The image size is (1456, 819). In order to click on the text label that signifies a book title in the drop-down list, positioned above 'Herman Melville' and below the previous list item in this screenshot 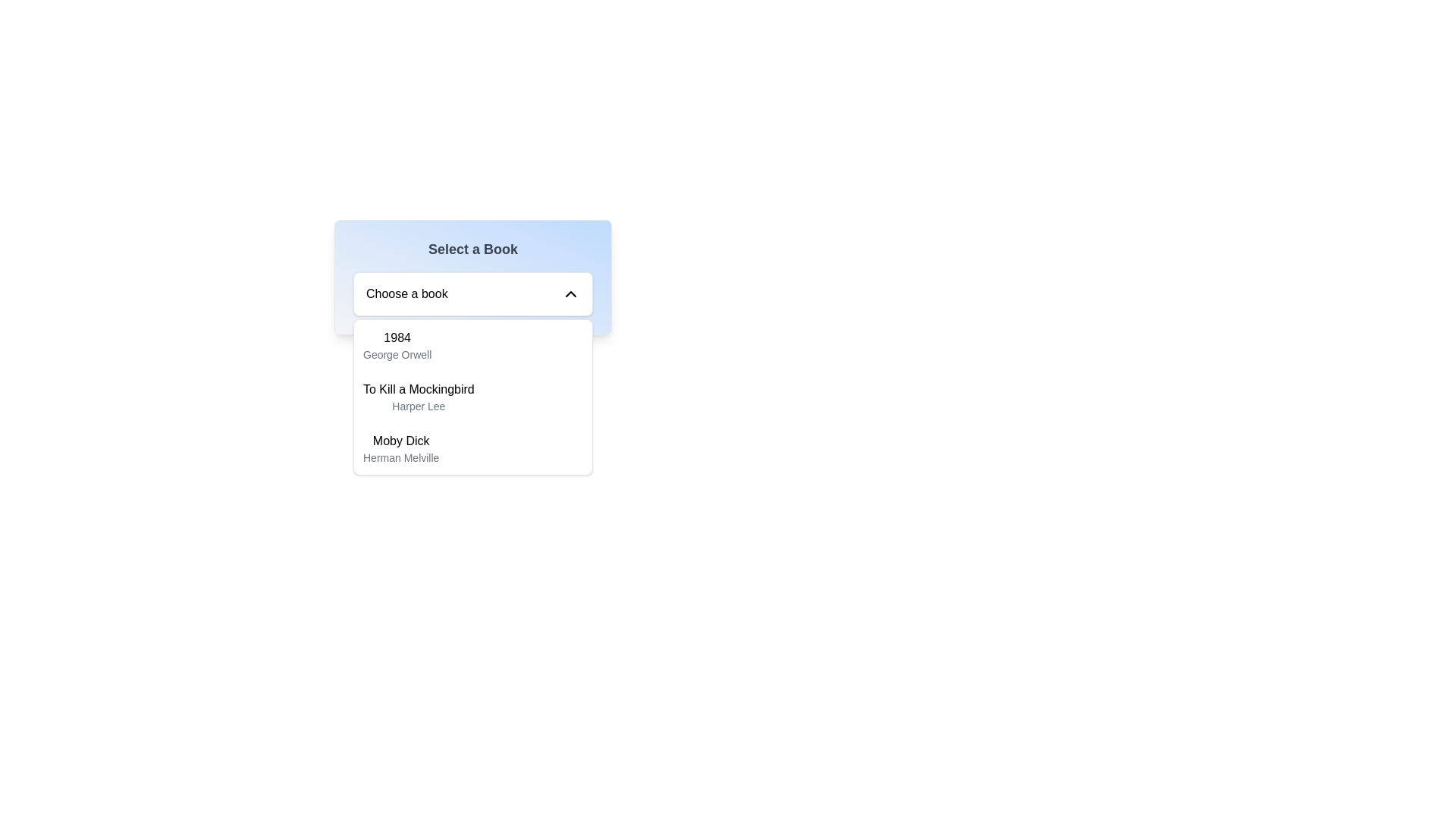, I will do `click(401, 441)`.